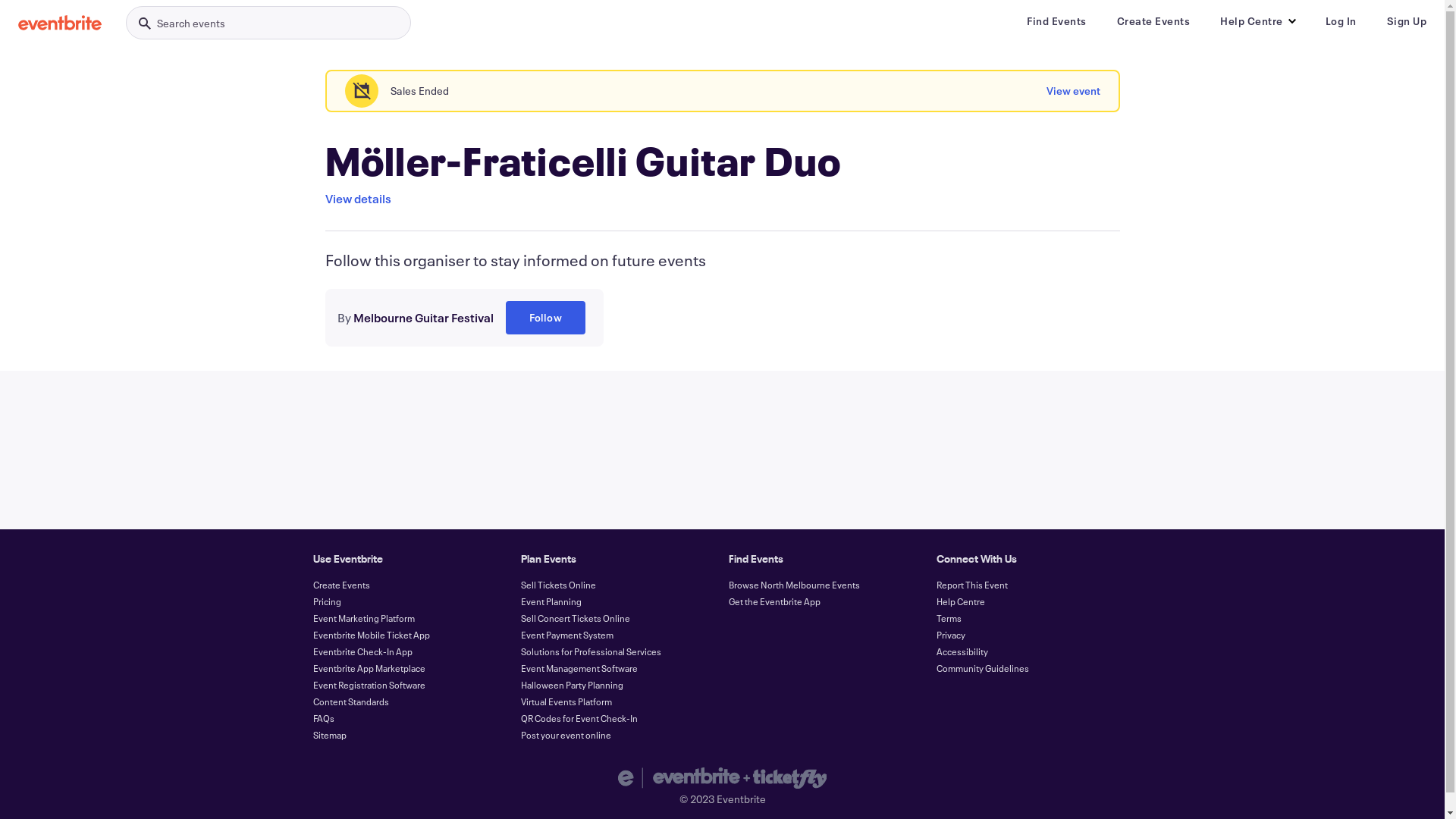 This screenshot has height=819, width=1456. What do you see at coordinates (578, 667) in the screenshot?
I see `'Event Management Software'` at bounding box center [578, 667].